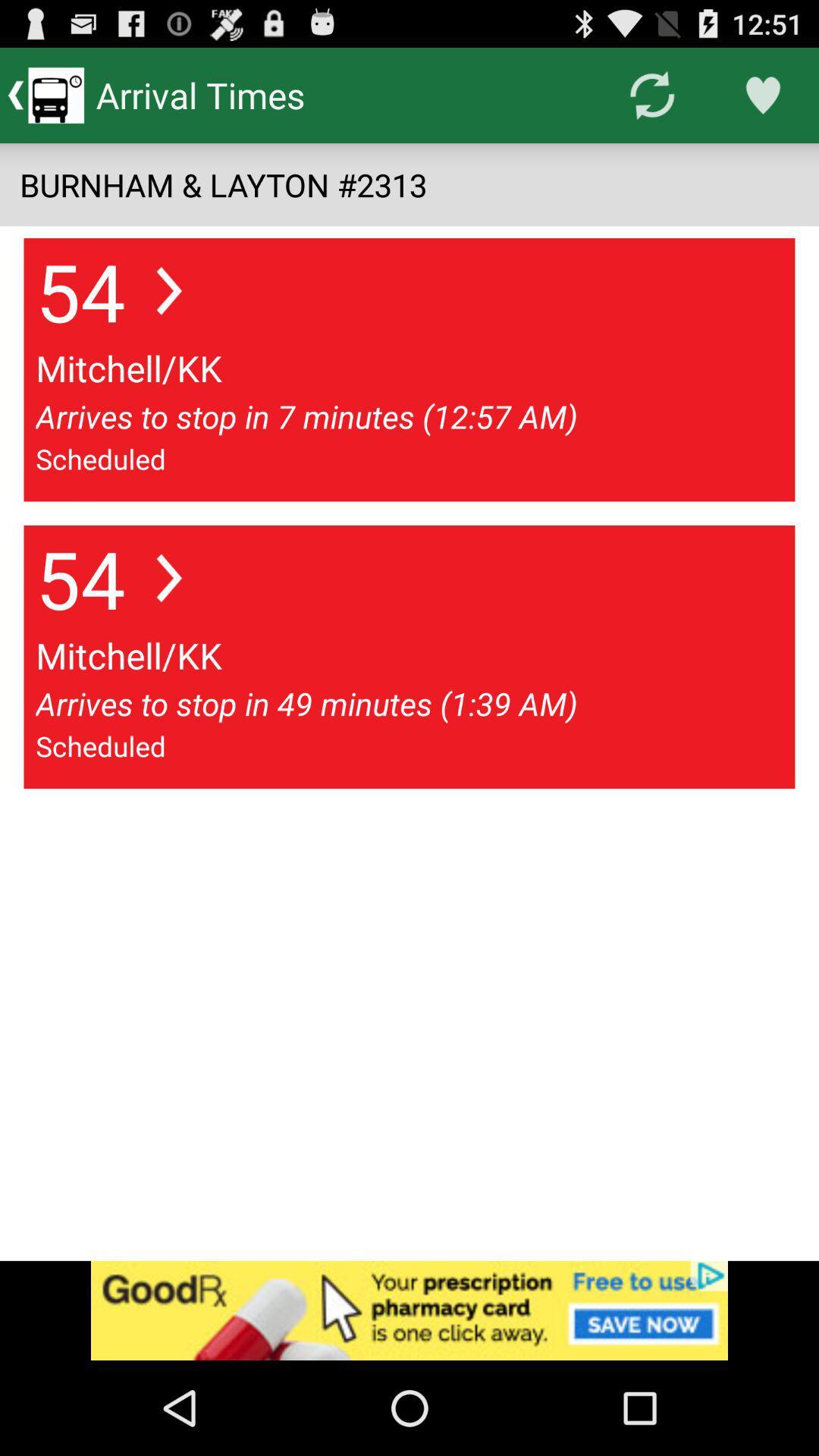 The width and height of the screenshot is (819, 1456). I want to click on advertisement link to different site, so click(409, 1310).